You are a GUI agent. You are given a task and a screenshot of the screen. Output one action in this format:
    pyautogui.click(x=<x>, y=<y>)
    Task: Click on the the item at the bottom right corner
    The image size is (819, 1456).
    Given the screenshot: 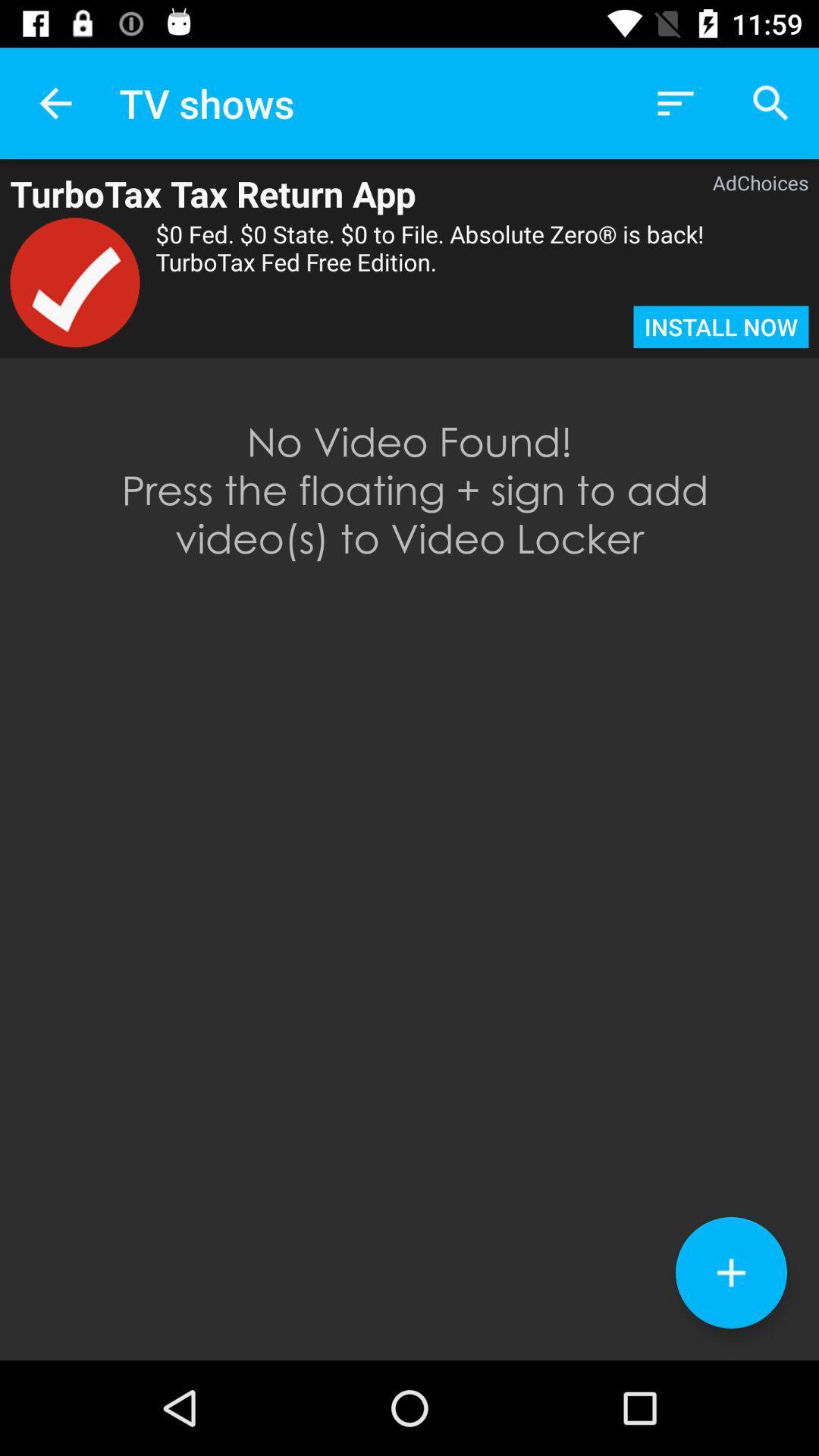 What is the action you would take?
    pyautogui.click(x=730, y=1272)
    